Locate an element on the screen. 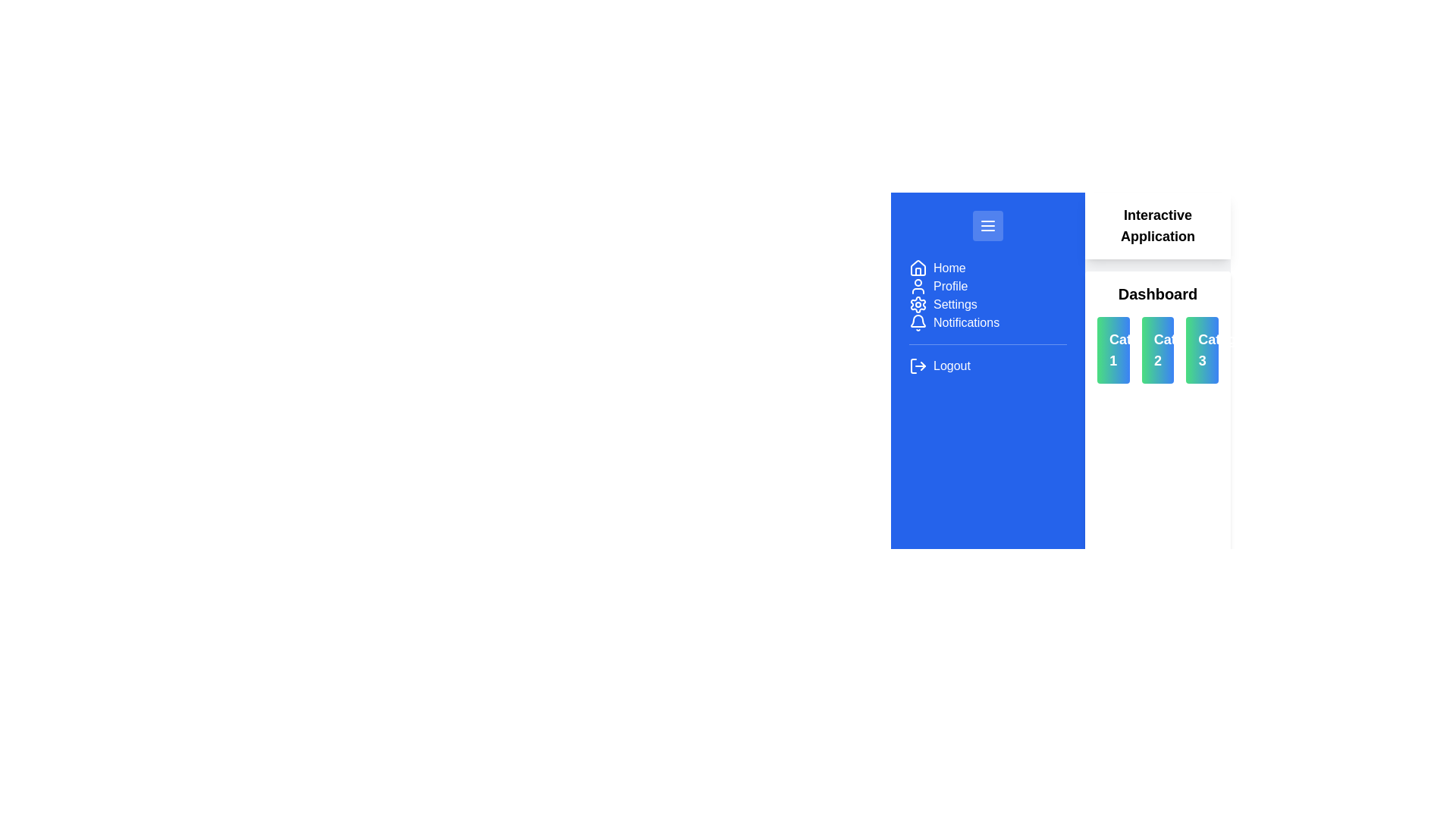  the 'Profile' menu item, which is the second item in the blue sidebar is located at coordinates (987, 287).